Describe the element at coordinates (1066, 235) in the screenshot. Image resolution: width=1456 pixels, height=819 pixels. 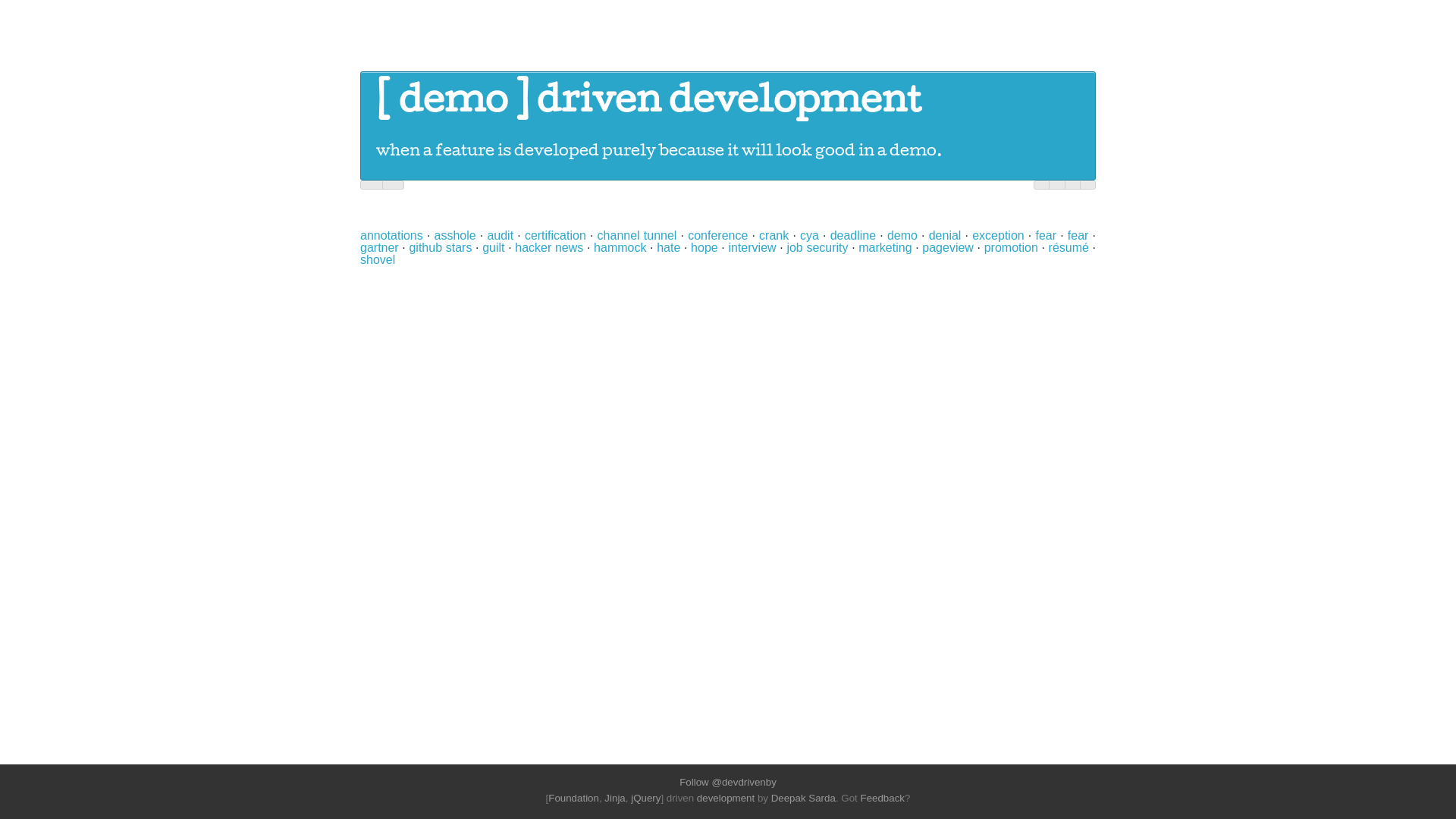
I see `'fear'` at that location.